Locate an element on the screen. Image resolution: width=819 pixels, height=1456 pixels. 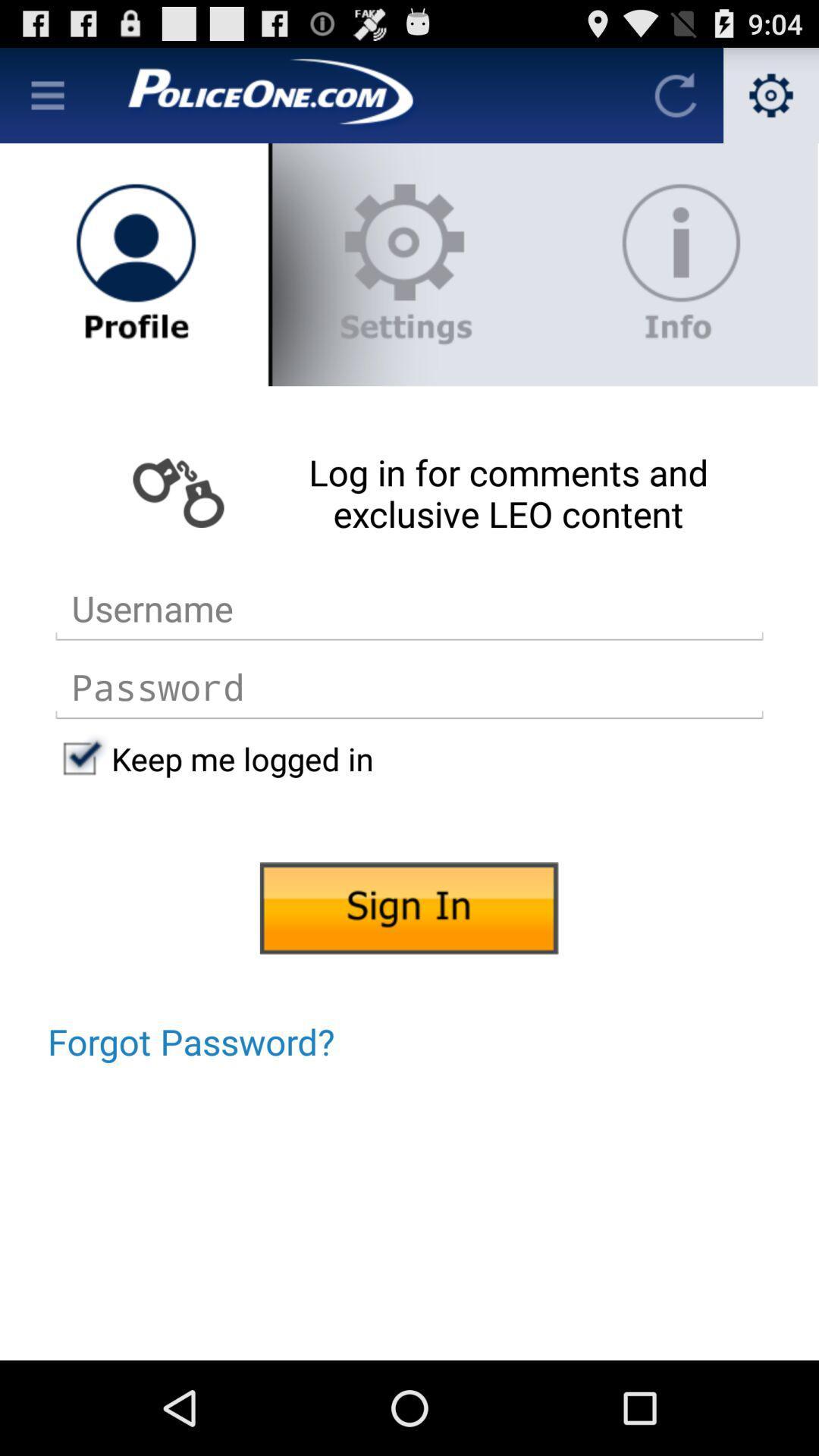
the settings icon is located at coordinates (771, 101).